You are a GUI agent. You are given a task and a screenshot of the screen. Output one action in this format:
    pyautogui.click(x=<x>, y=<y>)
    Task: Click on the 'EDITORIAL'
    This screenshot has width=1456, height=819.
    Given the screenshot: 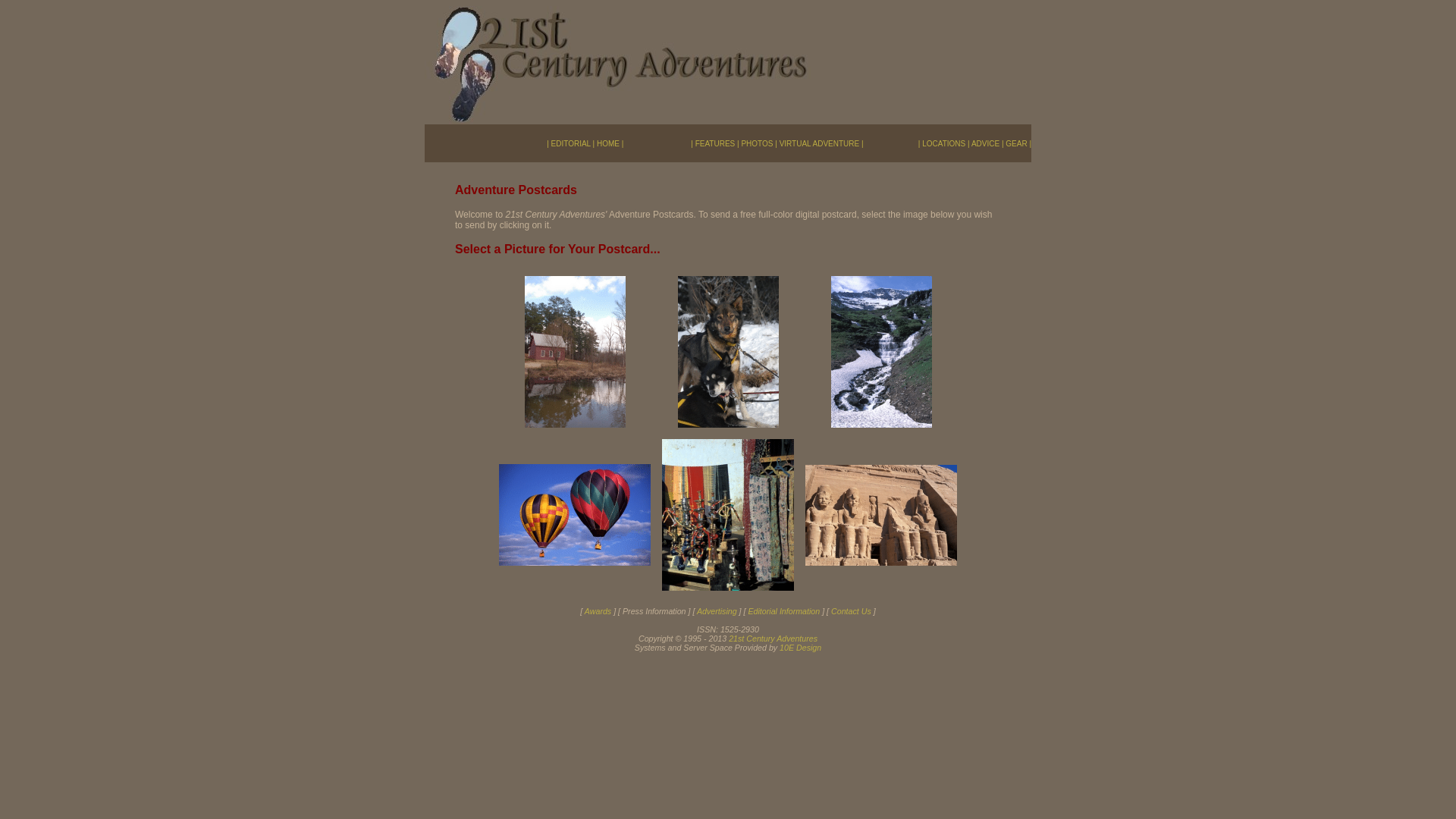 What is the action you would take?
    pyautogui.click(x=570, y=143)
    